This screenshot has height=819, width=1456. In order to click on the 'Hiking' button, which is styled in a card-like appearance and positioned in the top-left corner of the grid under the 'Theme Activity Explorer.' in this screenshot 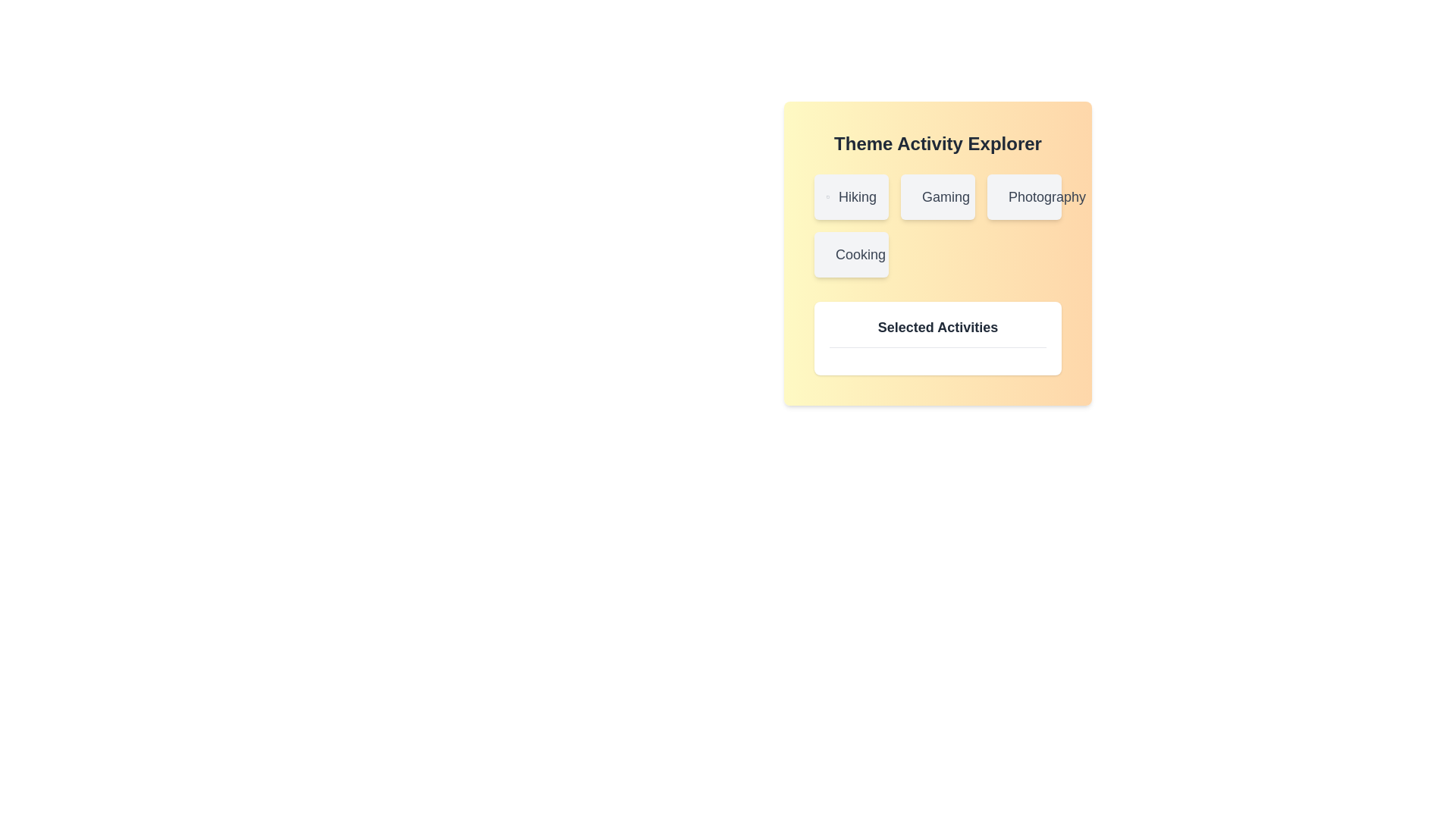, I will do `click(852, 196)`.